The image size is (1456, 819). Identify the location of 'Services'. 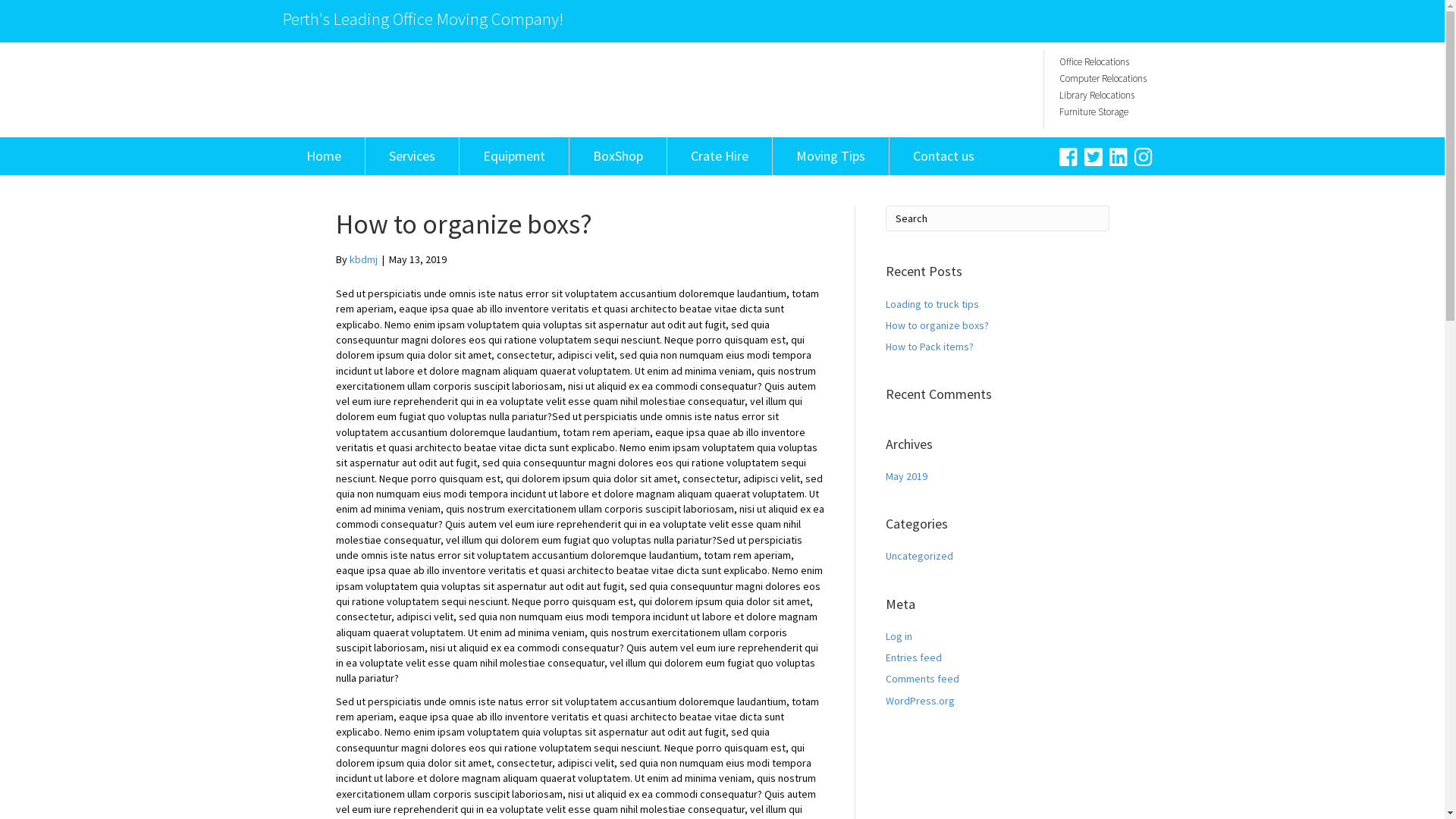
(412, 155).